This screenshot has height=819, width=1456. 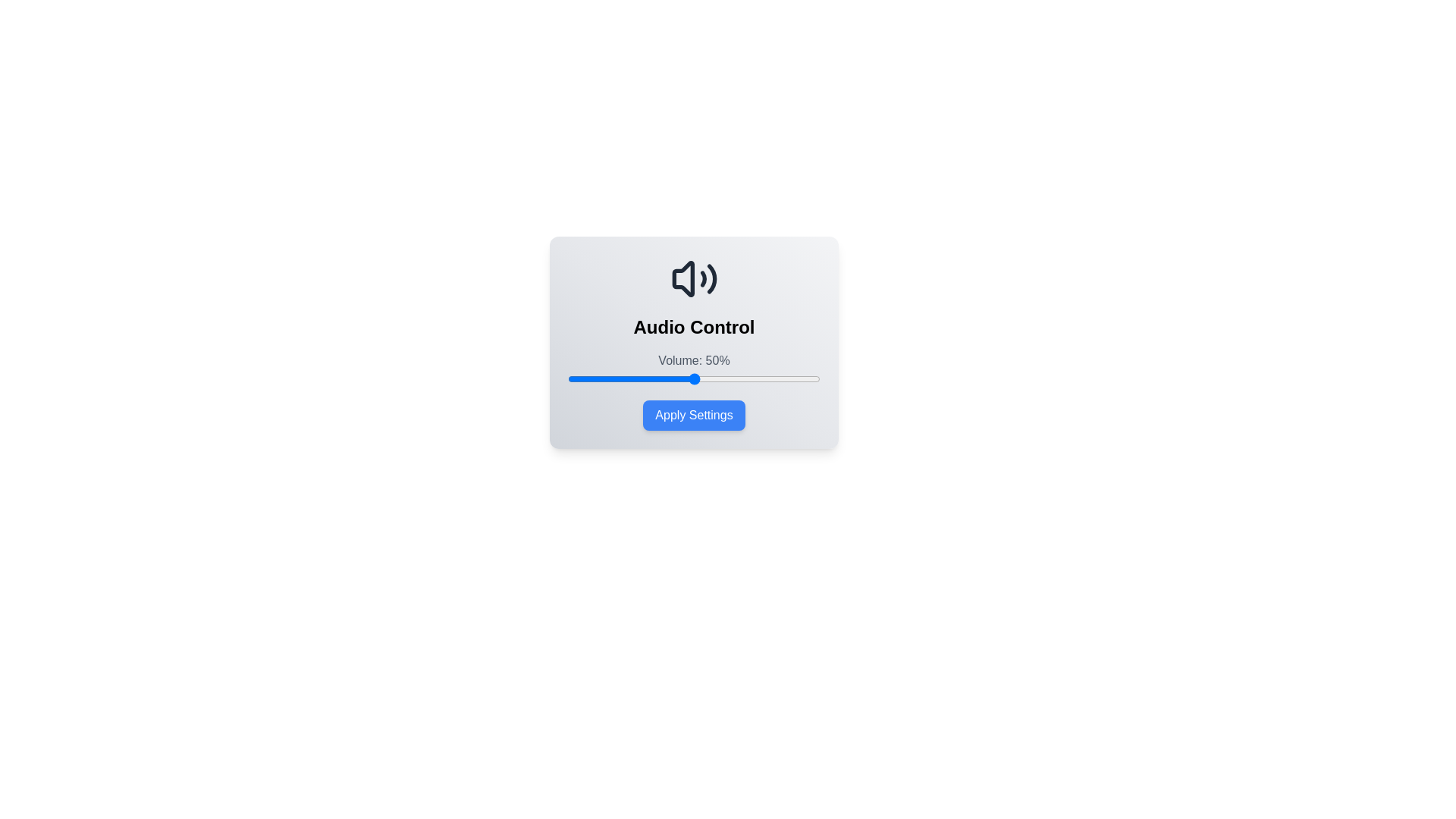 I want to click on the slider, so click(x=760, y=378).